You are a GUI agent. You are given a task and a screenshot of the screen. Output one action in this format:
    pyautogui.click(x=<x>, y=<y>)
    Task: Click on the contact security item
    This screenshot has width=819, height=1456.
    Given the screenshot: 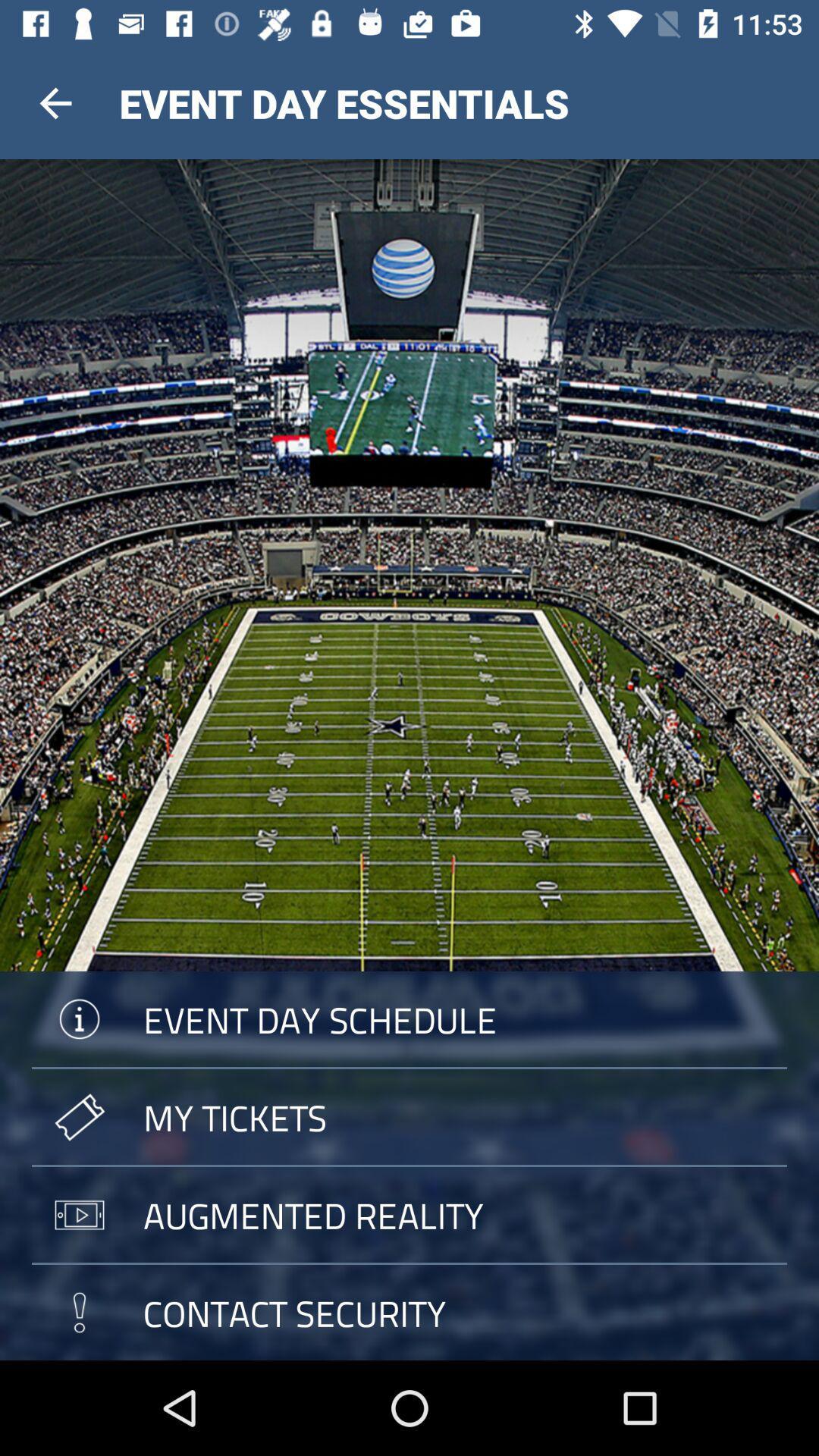 What is the action you would take?
    pyautogui.click(x=409, y=1312)
    